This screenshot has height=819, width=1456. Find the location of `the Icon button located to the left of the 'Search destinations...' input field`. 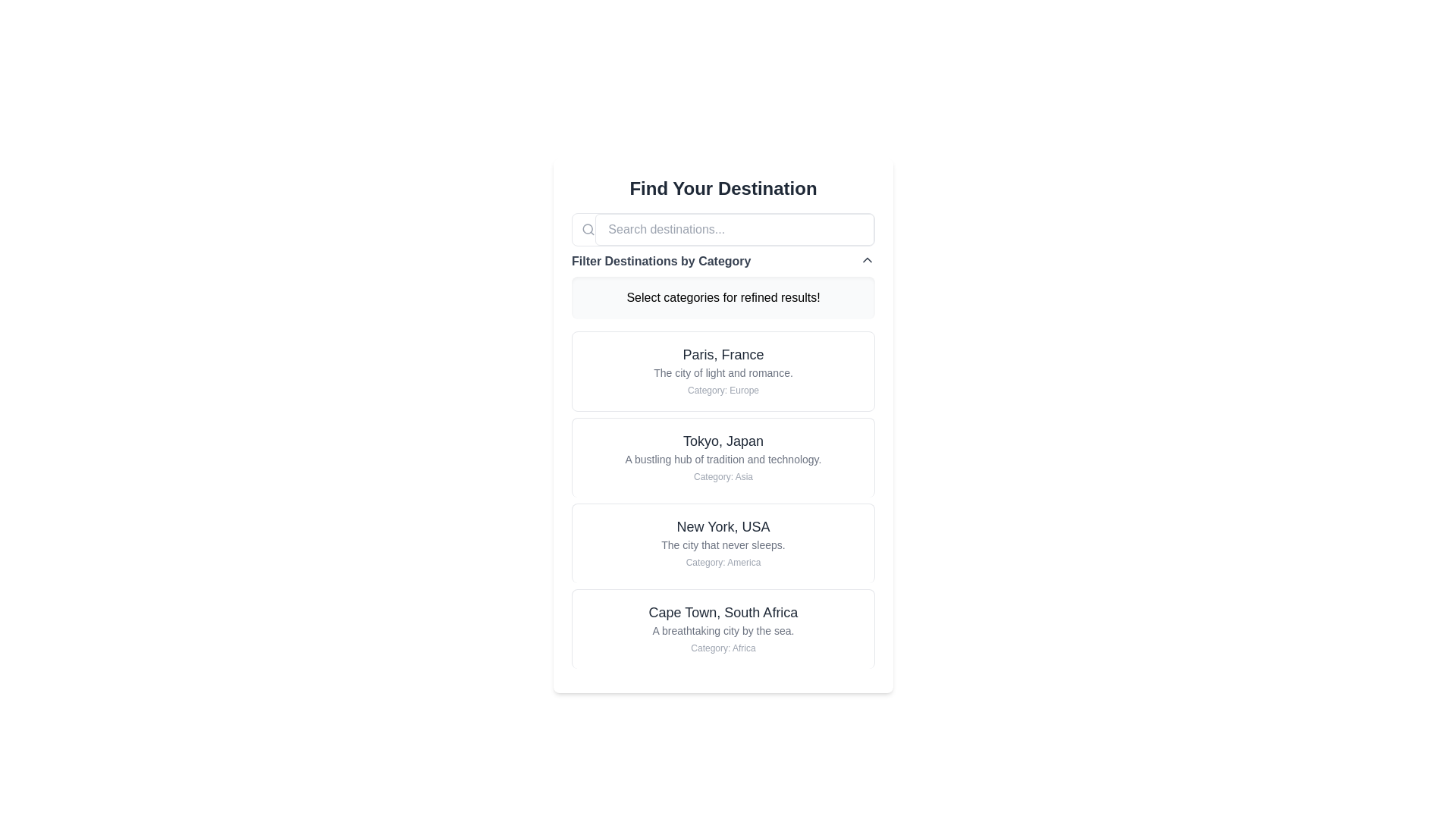

the Icon button located to the left of the 'Search destinations...' input field is located at coordinates (588, 230).